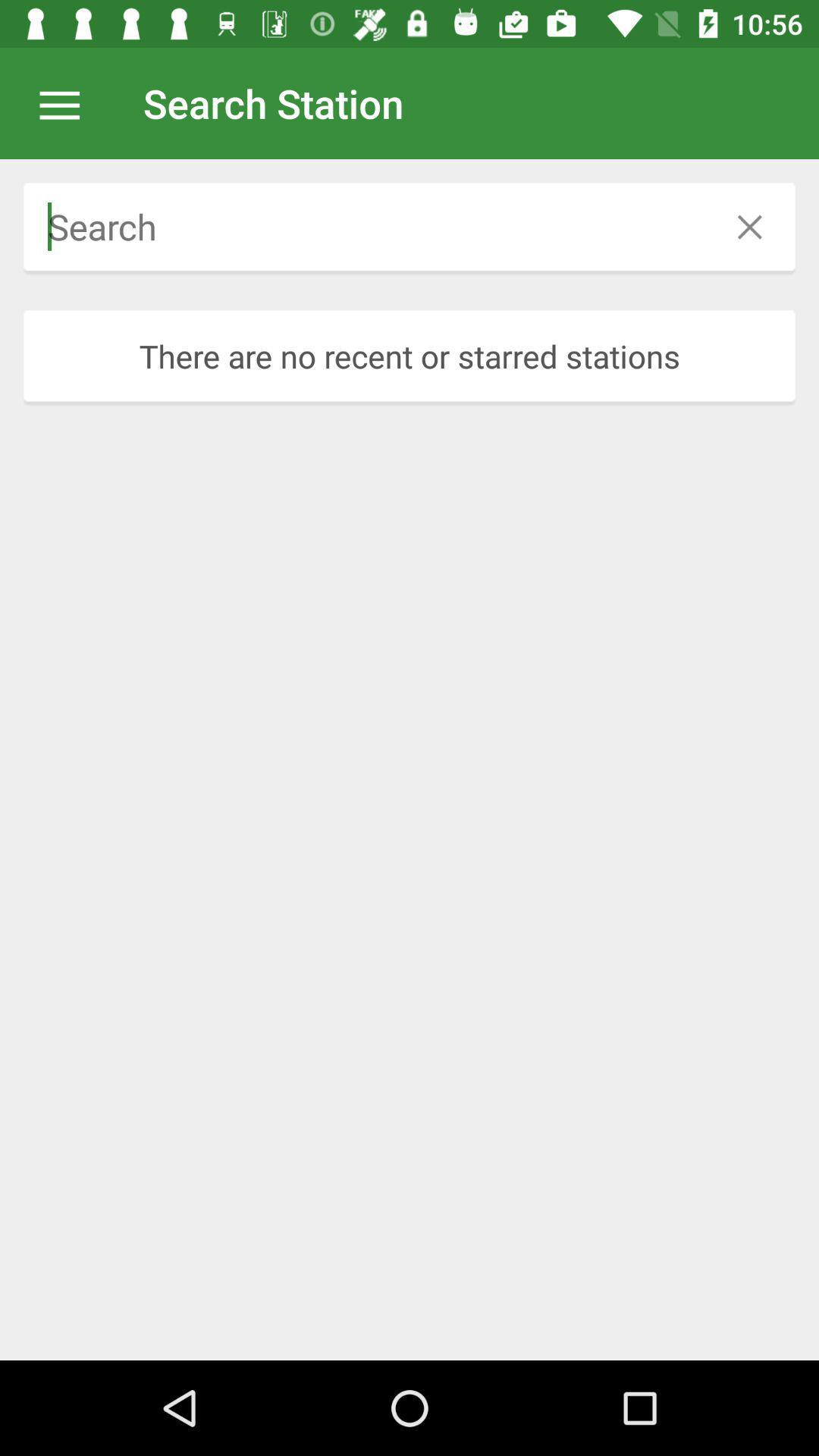 Image resolution: width=819 pixels, height=1456 pixels. I want to click on the close icon, so click(748, 226).